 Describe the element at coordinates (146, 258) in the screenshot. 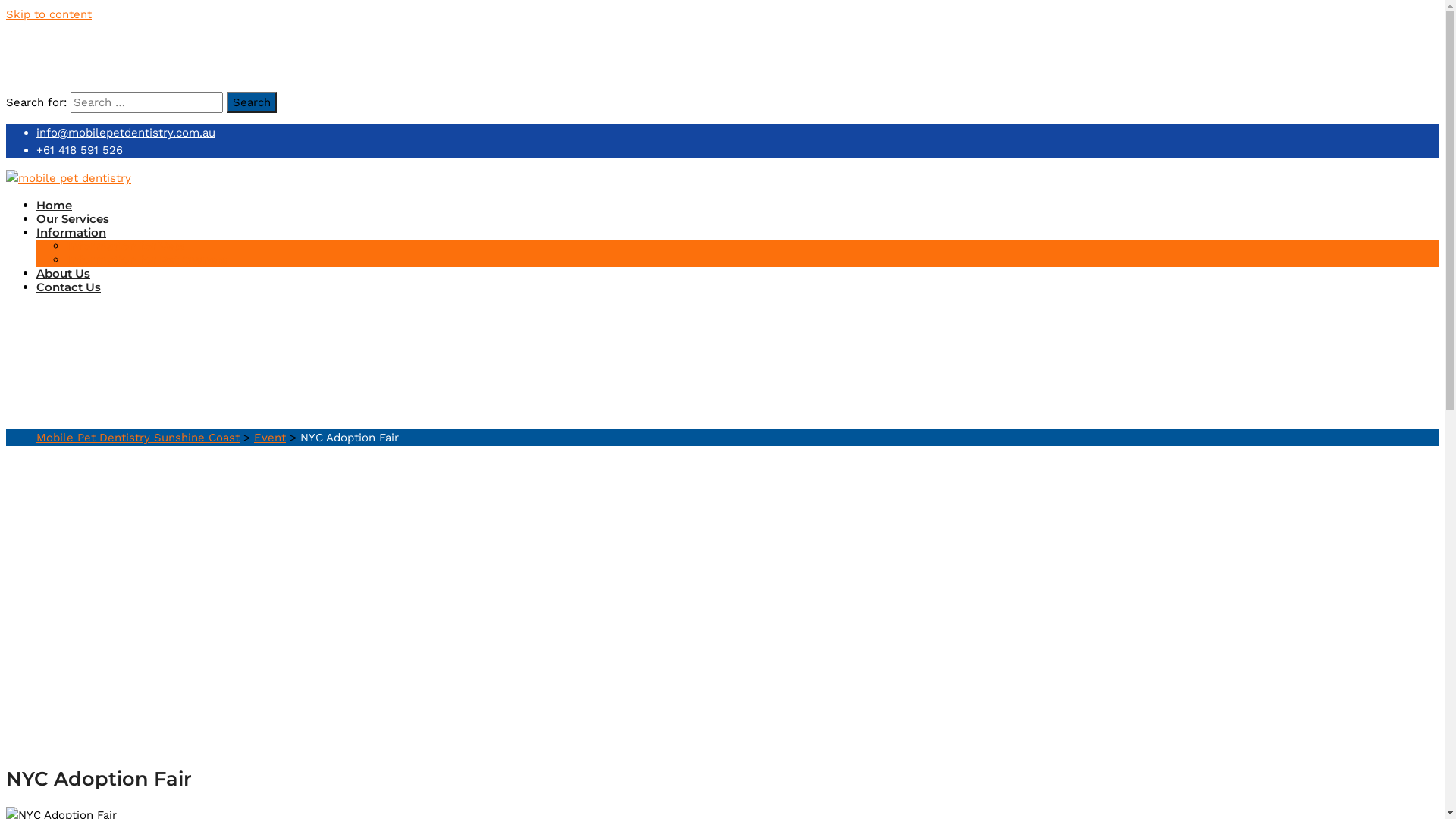

I see `'Information for Pet Owners'` at that location.